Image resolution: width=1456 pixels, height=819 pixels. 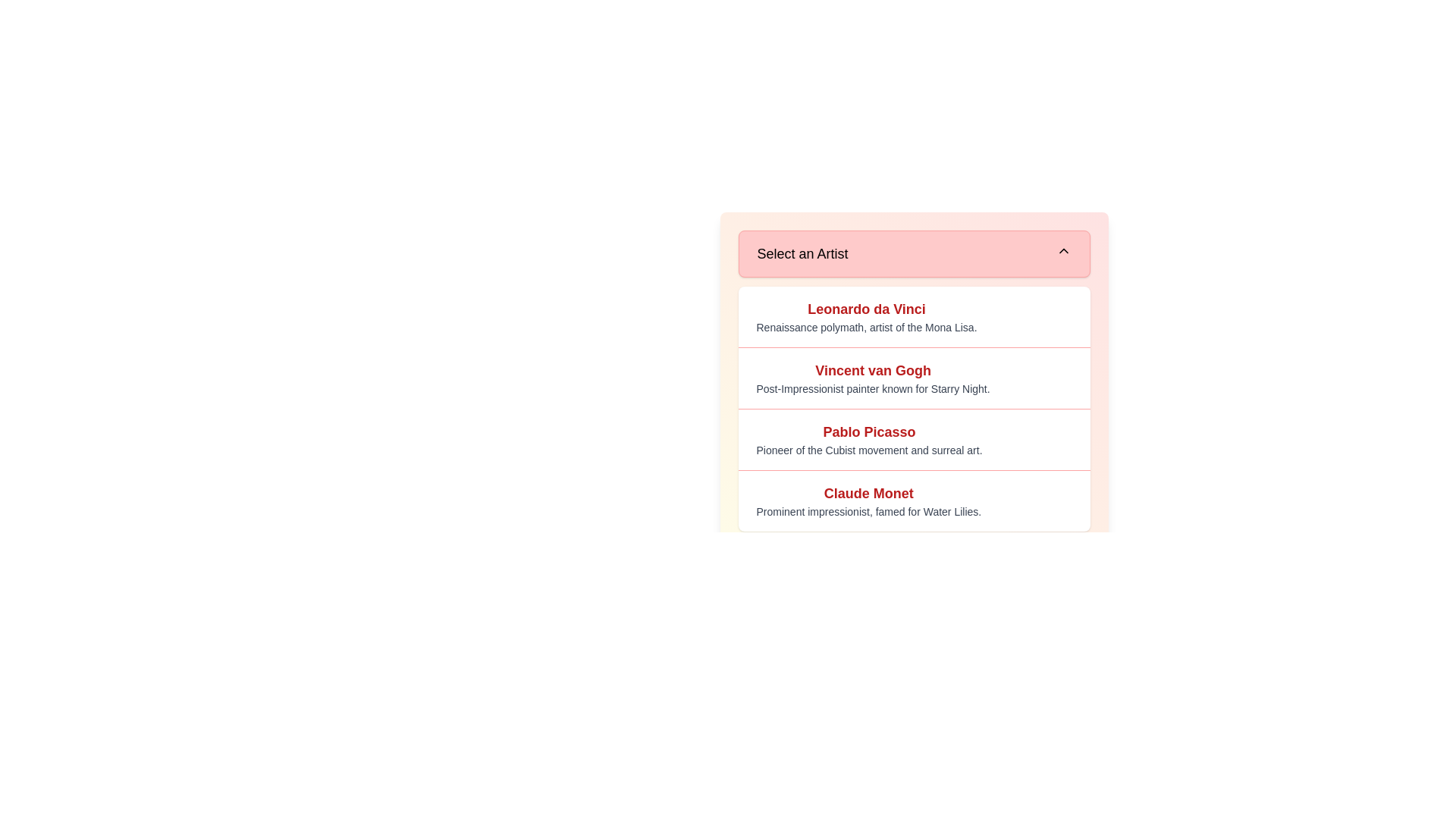 What do you see at coordinates (913, 315) in the screenshot?
I see `the list item displaying 'Leonardo da Vinci' with a bold red font, located at the top of the 'Select an Artist' panel` at bounding box center [913, 315].